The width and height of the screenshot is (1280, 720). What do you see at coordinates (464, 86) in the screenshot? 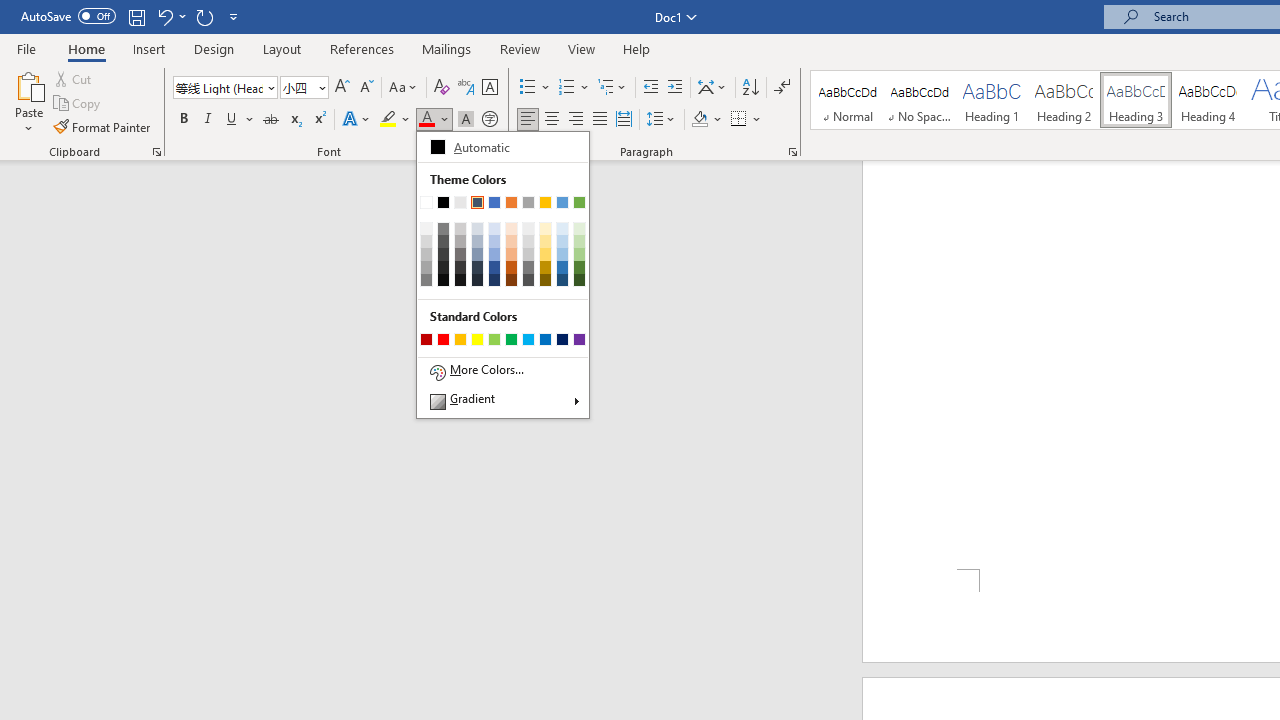
I see `'Phonetic Guide...'` at bounding box center [464, 86].